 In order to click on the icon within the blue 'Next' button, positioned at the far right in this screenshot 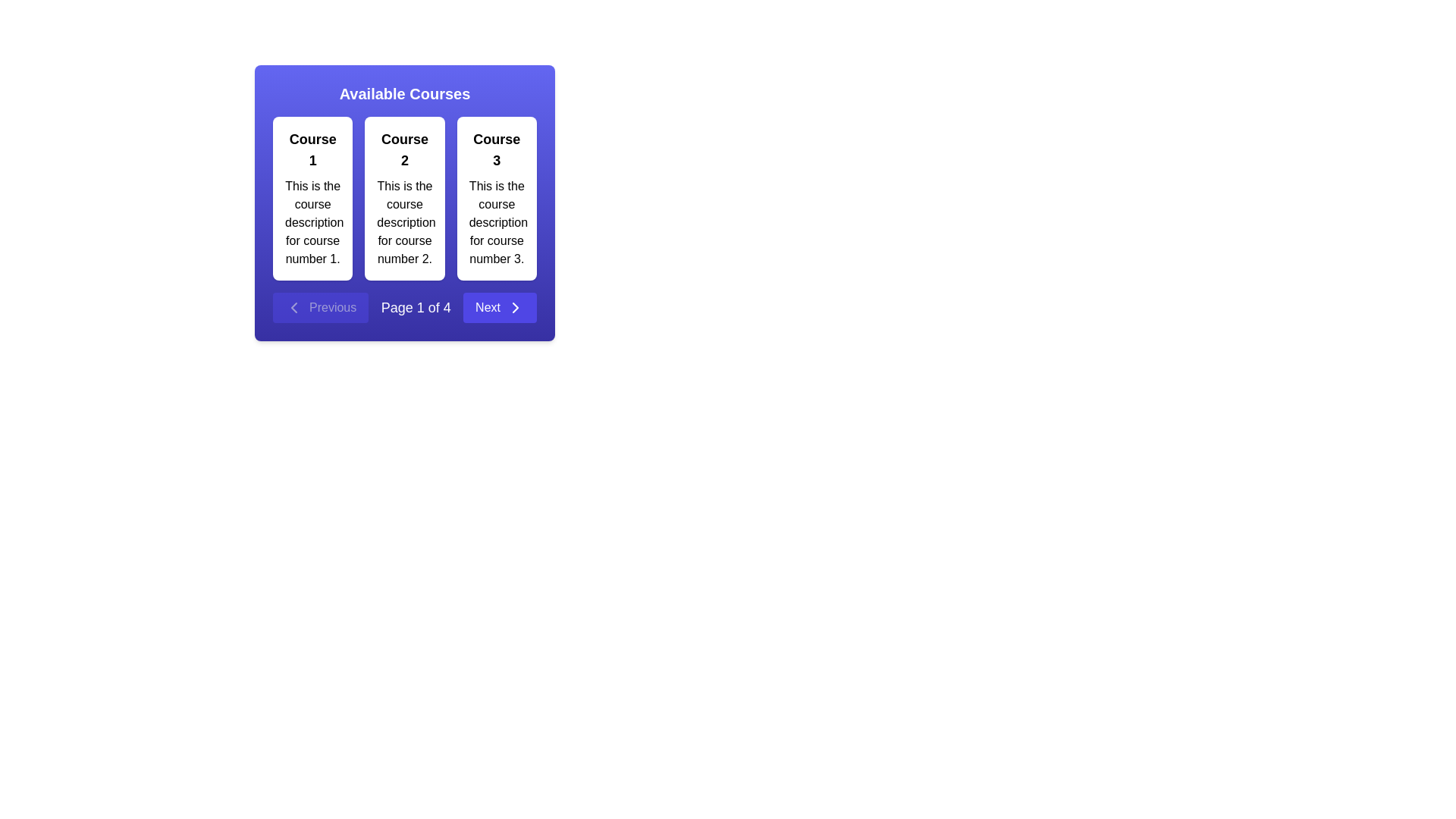, I will do `click(516, 307)`.